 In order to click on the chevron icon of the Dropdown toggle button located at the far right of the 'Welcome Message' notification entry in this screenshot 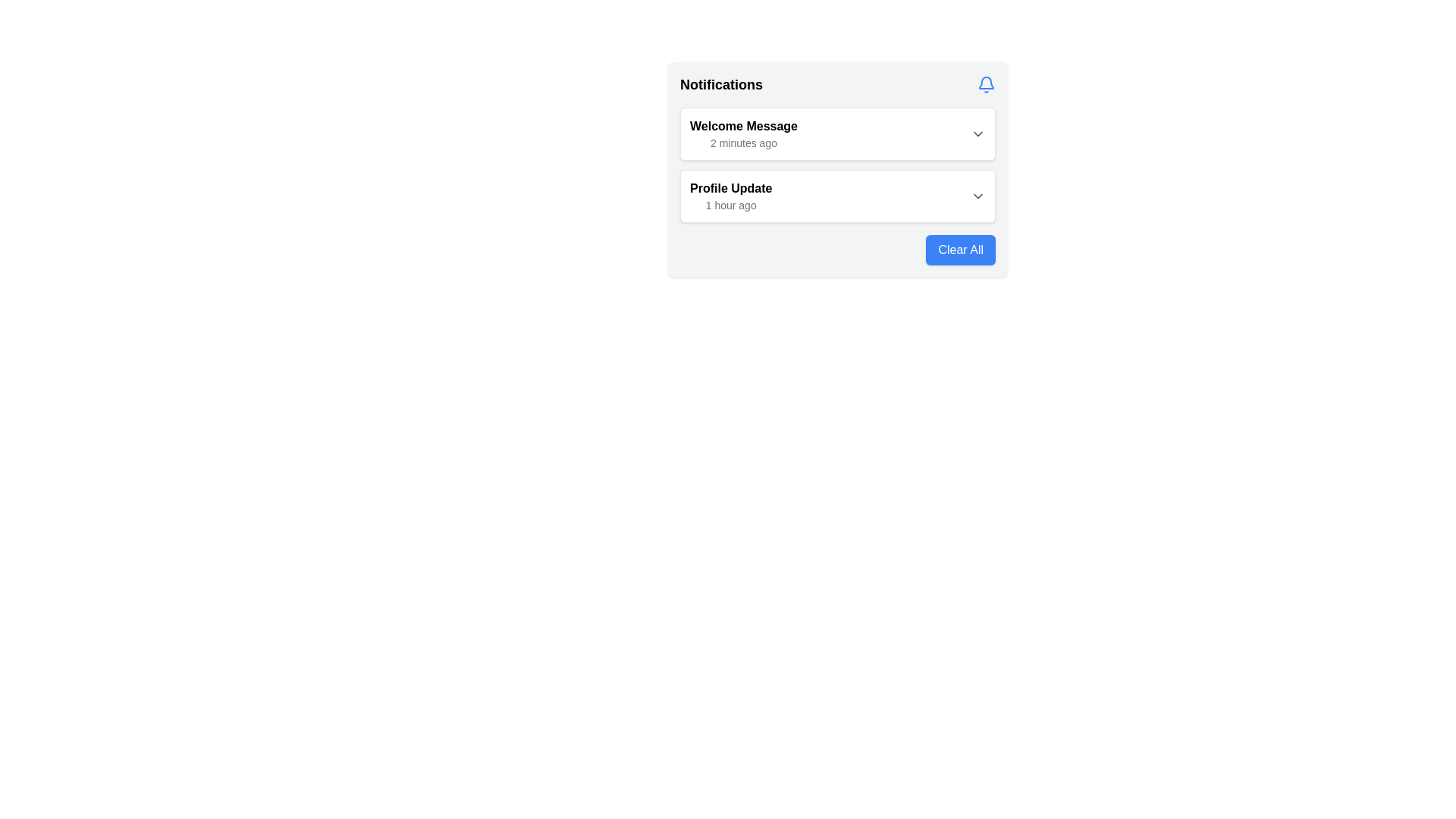, I will do `click(978, 133)`.